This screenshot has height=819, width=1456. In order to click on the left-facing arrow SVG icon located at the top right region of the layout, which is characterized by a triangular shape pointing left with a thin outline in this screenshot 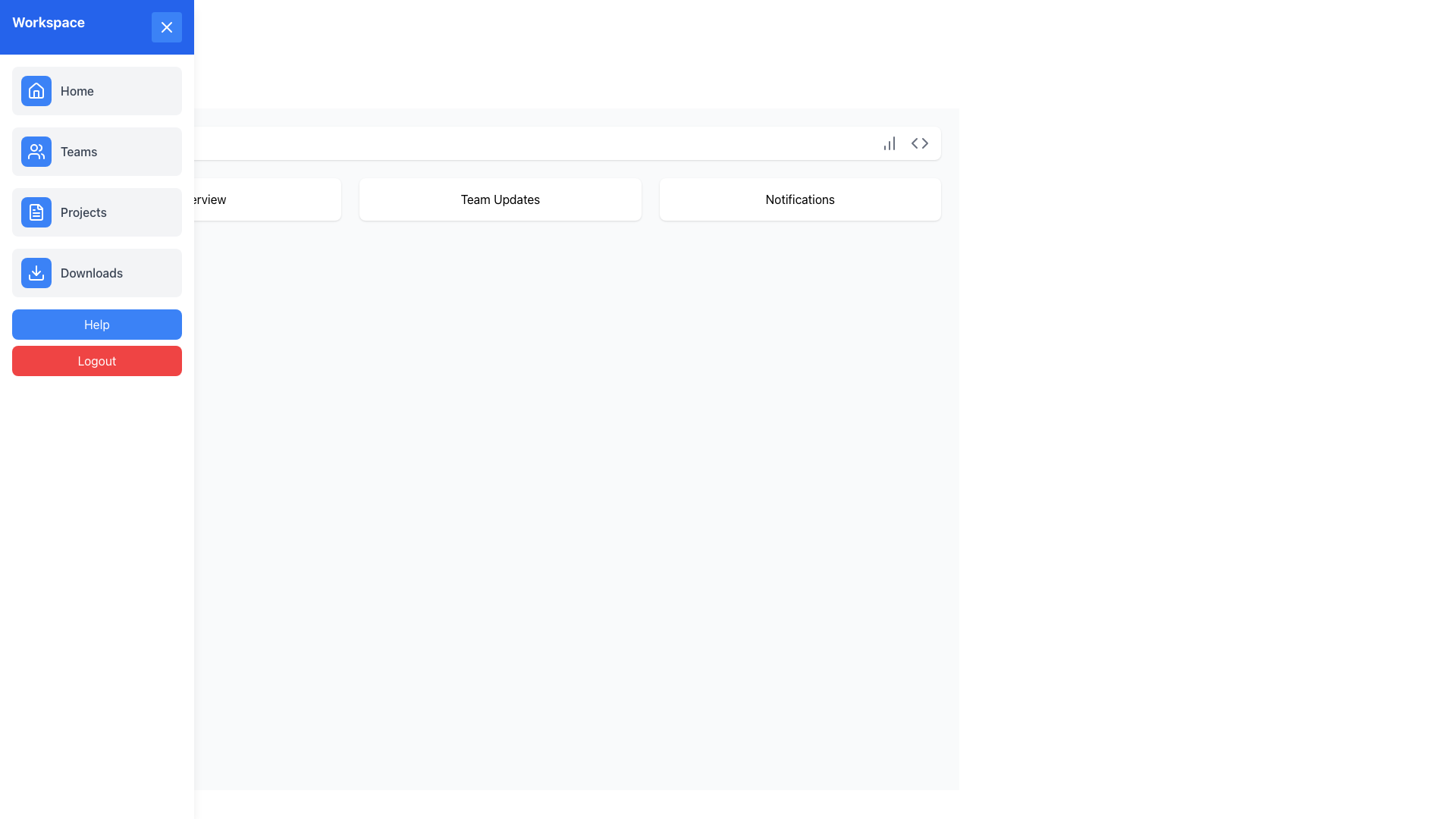, I will do `click(913, 143)`.